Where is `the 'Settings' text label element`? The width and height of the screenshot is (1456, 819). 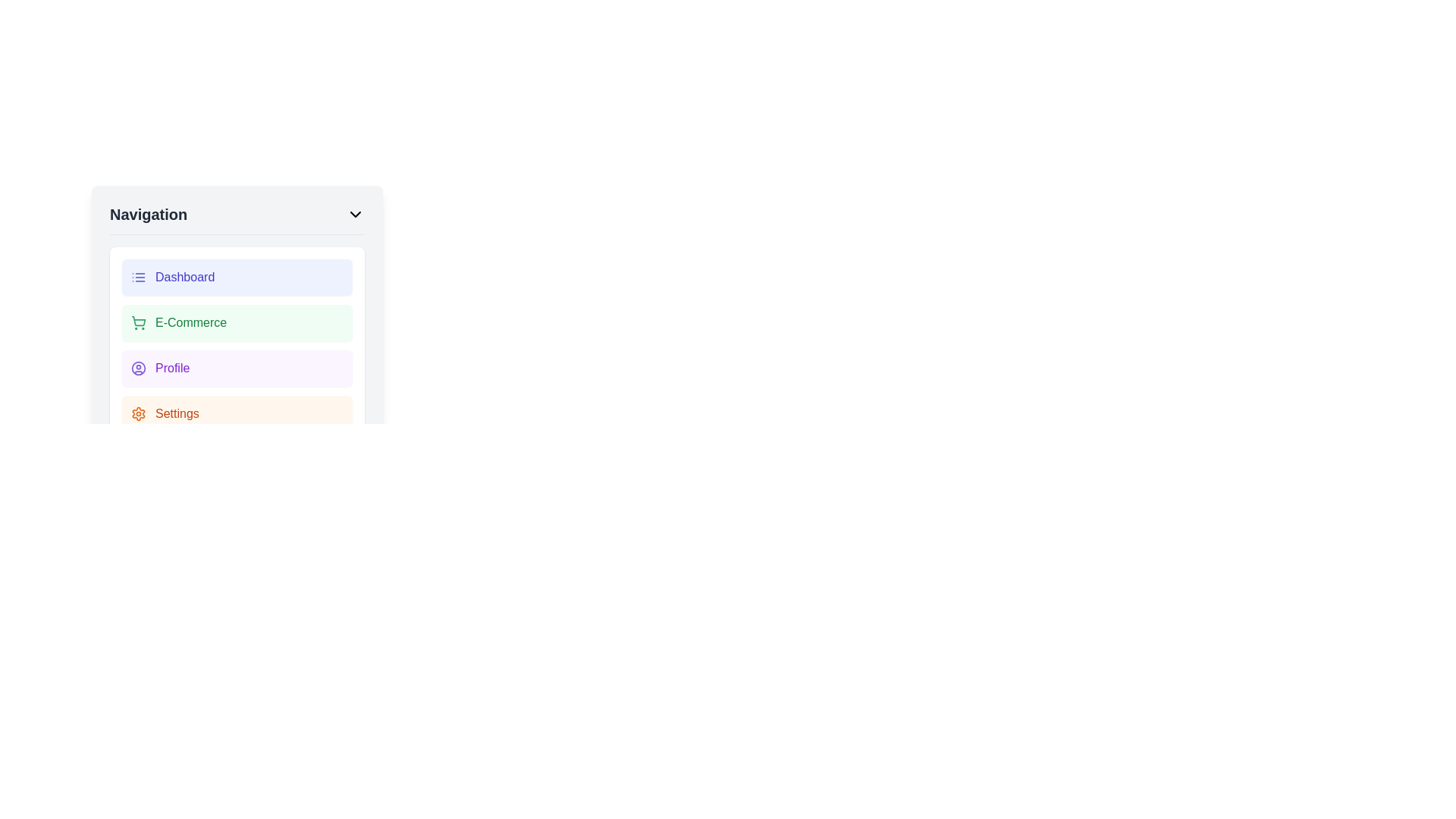 the 'Settings' text label element is located at coordinates (177, 414).